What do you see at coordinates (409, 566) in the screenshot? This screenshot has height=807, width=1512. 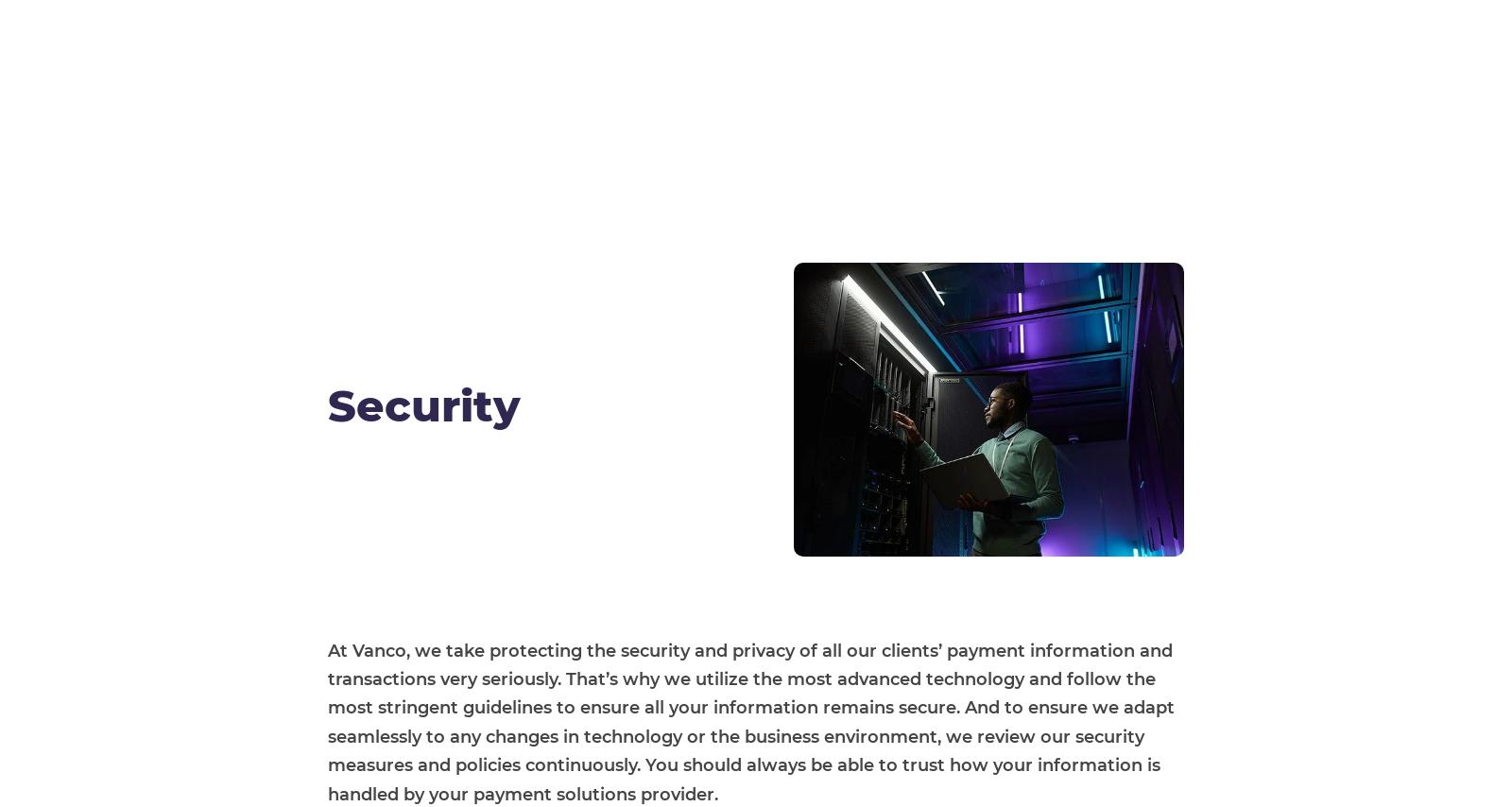 I see `'K-12 Schools'` at bounding box center [409, 566].